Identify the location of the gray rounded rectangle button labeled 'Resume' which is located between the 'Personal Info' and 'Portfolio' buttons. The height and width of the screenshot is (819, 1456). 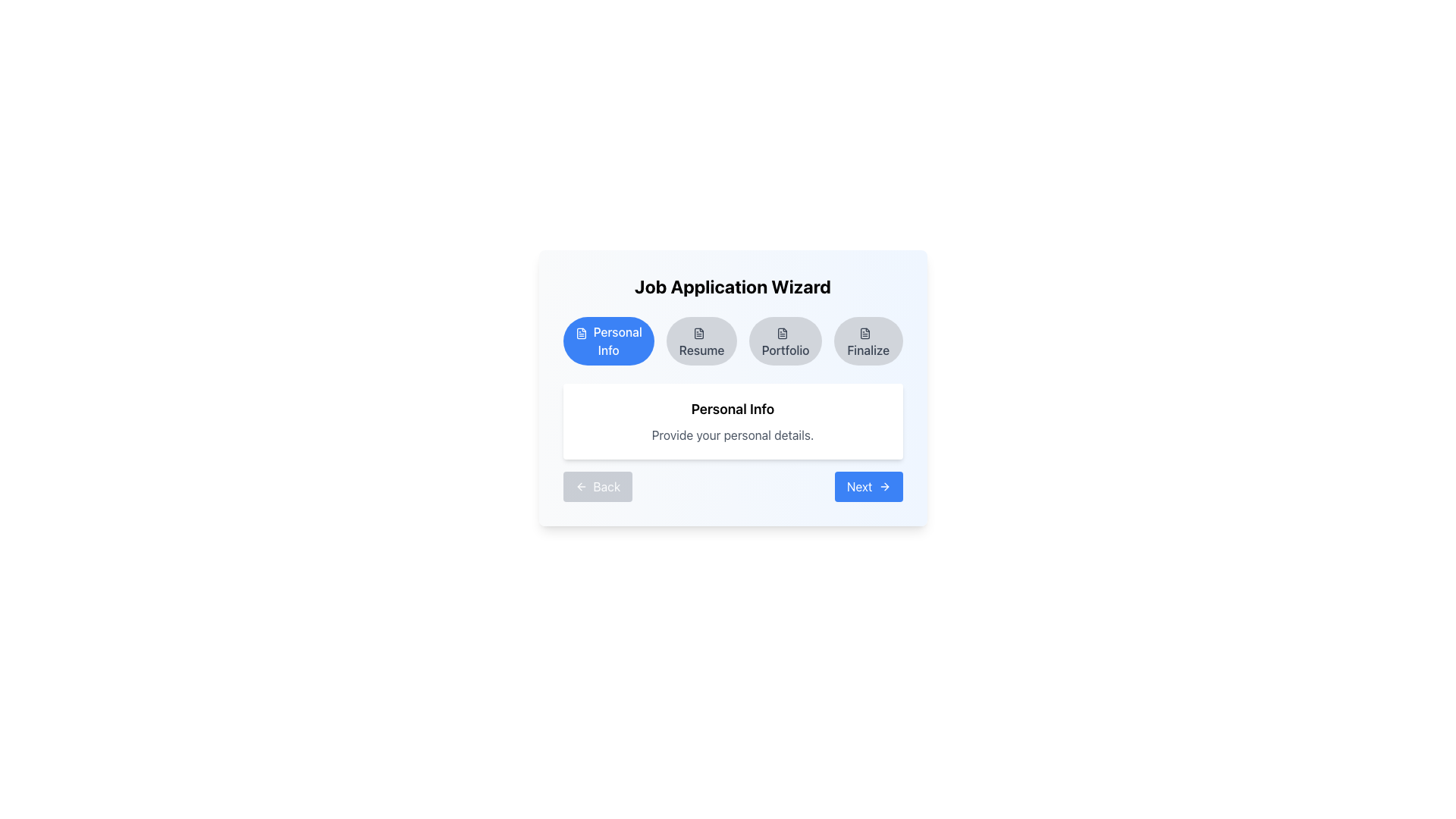
(701, 341).